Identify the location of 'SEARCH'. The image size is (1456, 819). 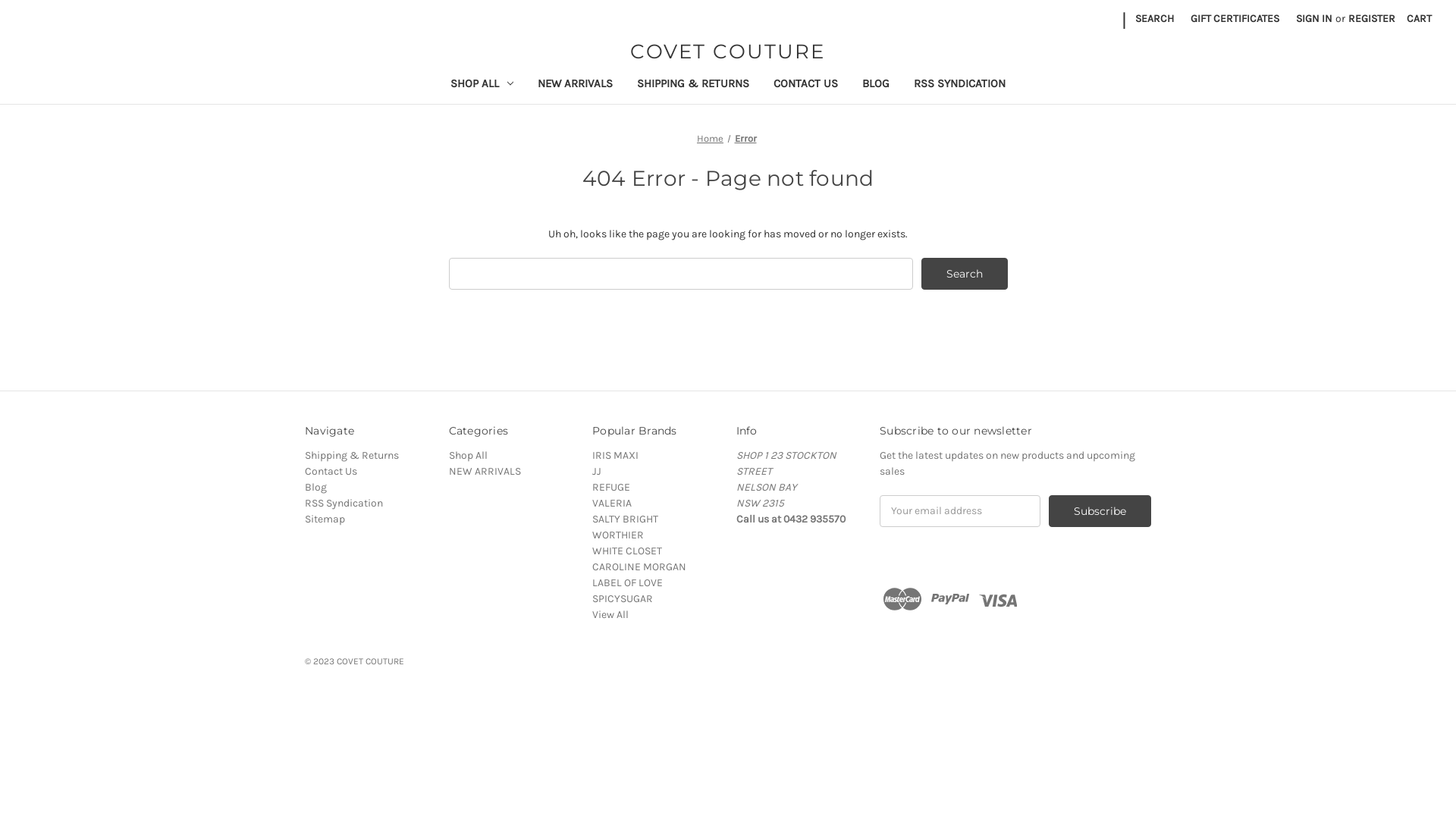
(1153, 18).